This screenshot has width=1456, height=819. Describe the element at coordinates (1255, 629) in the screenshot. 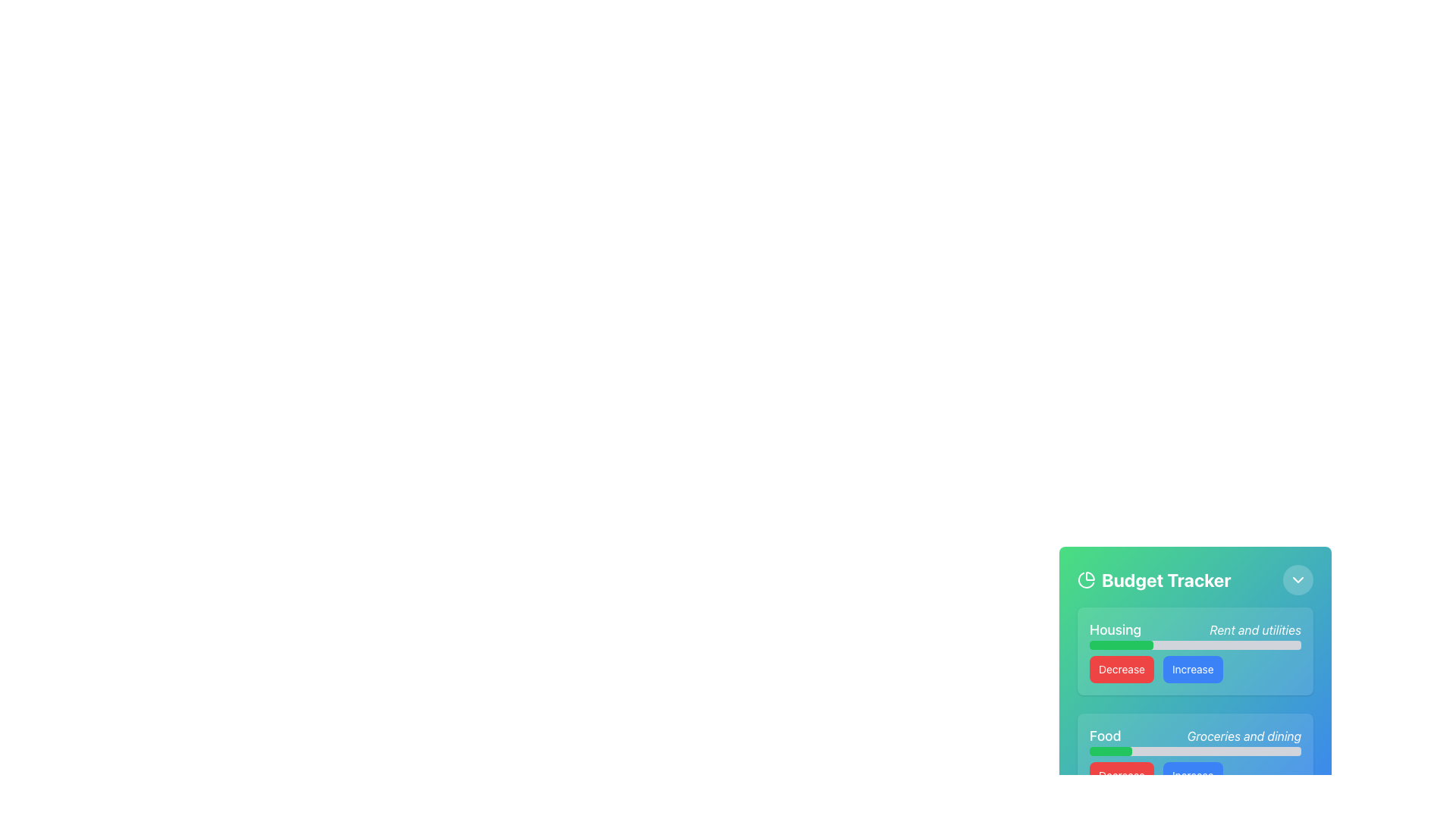

I see `the Text Label that provides context for the adjacent progress bar, located to the right of the 'Housing' text and above the 'Decrease' and 'Increase' buttons` at that location.